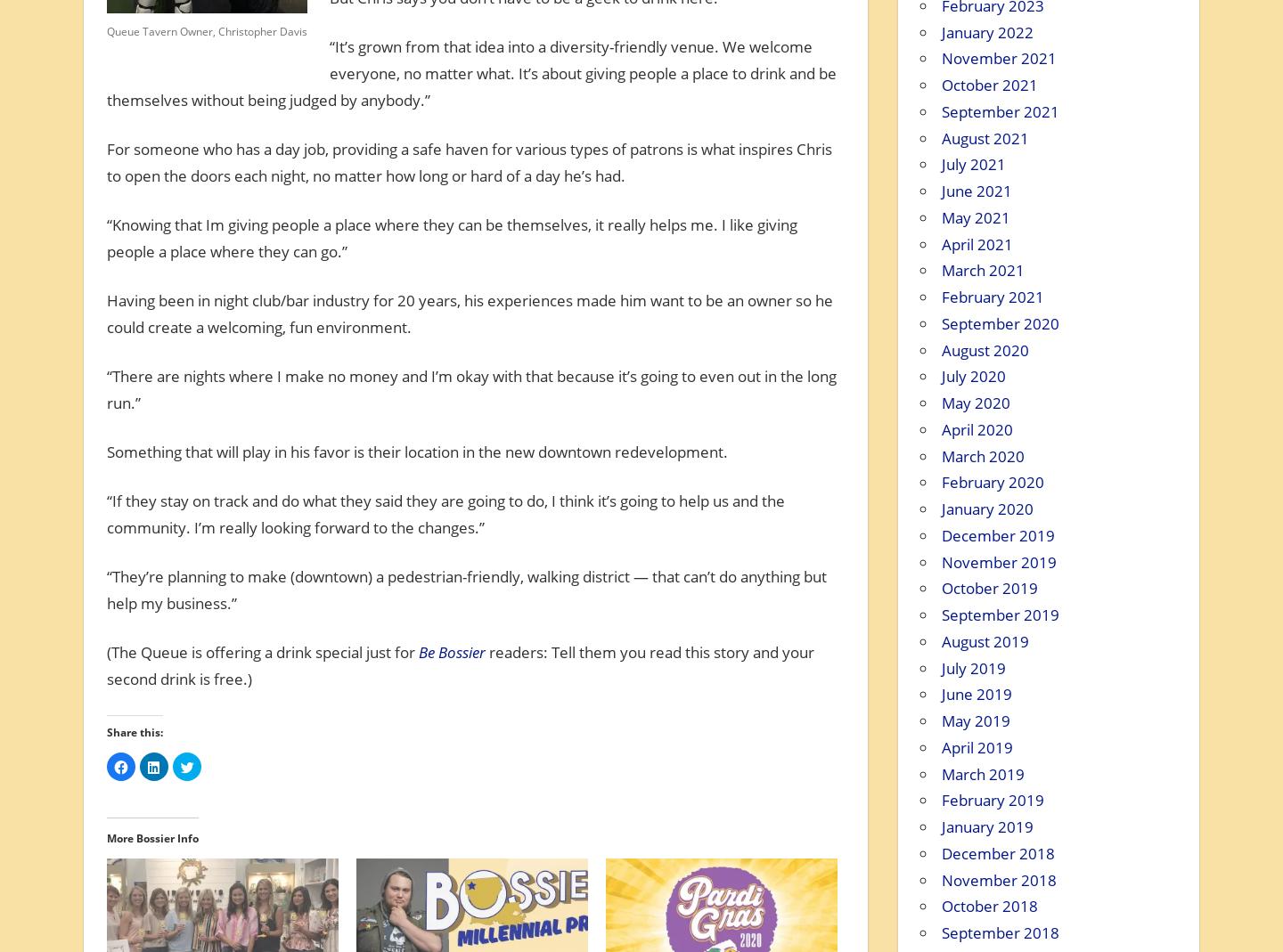 Image resolution: width=1283 pixels, height=952 pixels. I want to click on '“If they stay on track and do what they said they are going to do, I think it’s going to help us and the community. I’m really looking forward to the changes.”', so click(444, 514).